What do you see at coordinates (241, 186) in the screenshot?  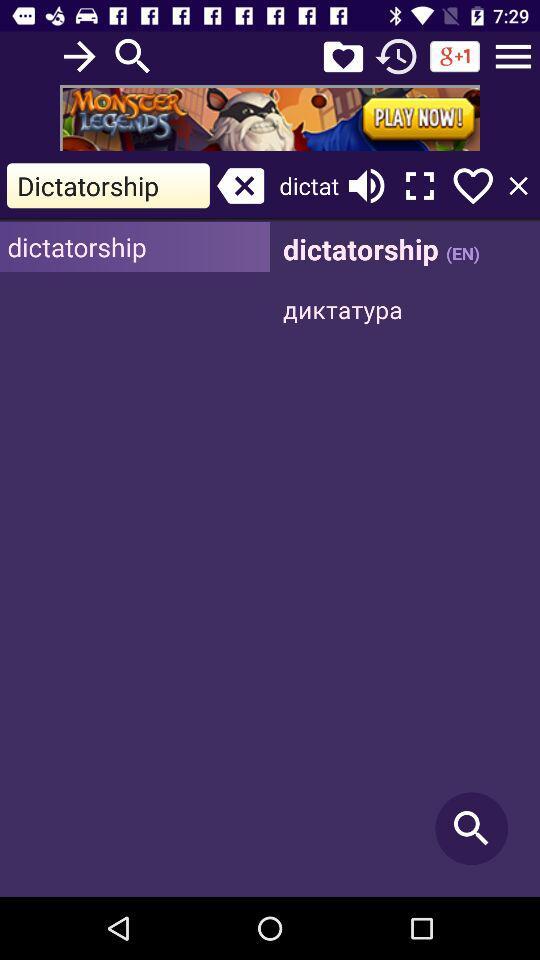 I see `the icon which is left to dictat` at bounding box center [241, 186].